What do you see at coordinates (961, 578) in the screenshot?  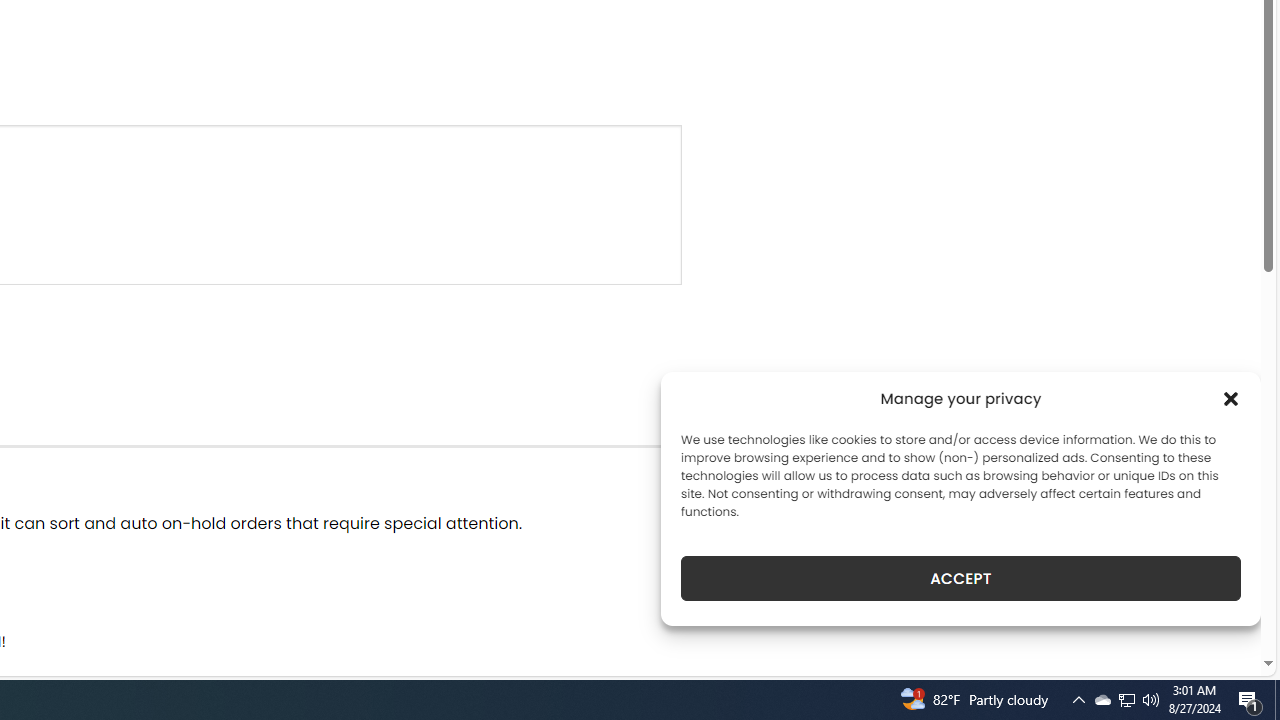 I see `'ACCEPT'` at bounding box center [961, 578].